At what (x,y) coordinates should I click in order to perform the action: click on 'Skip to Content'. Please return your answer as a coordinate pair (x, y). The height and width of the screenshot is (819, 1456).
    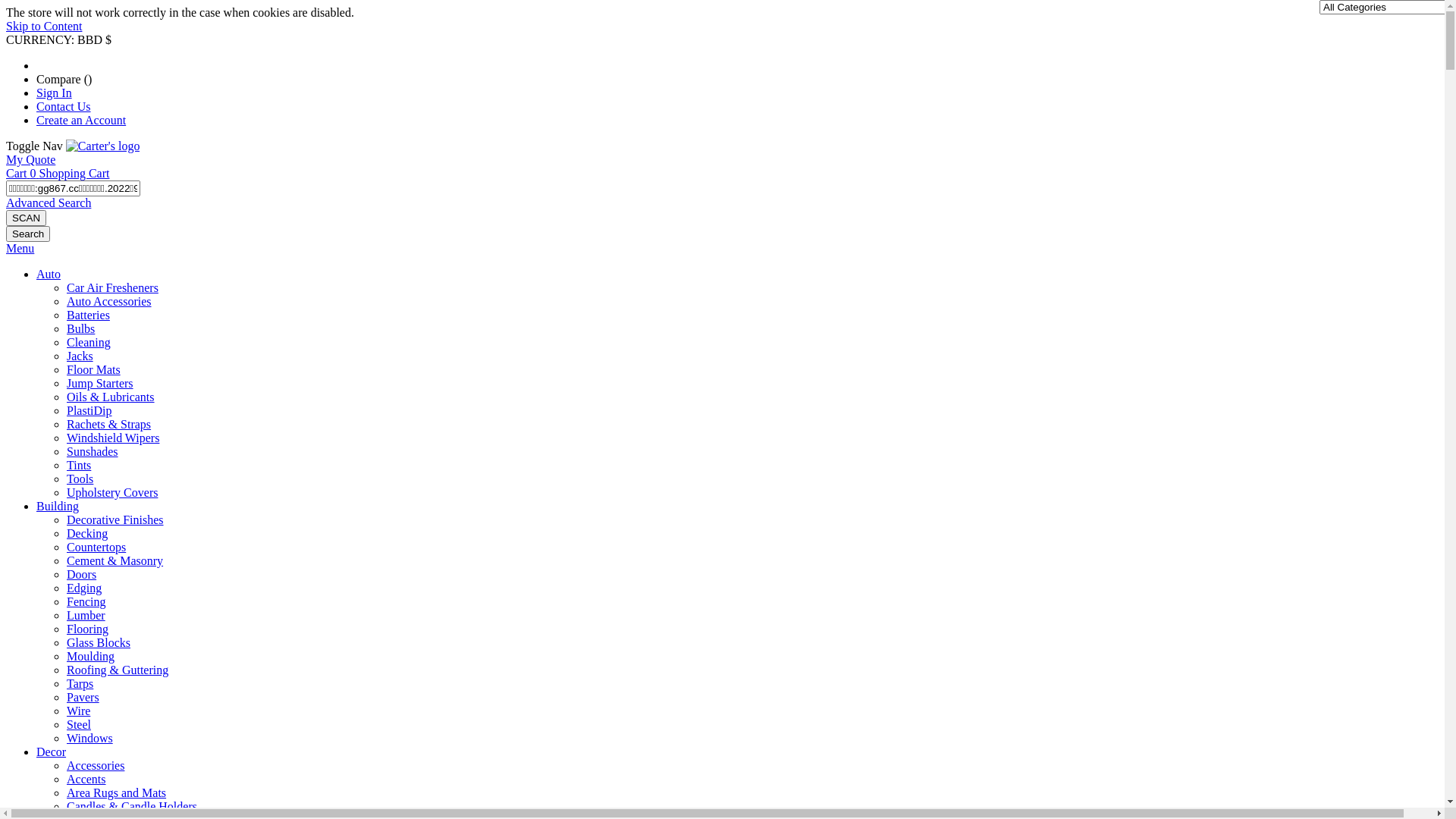
    Looking at the image, I should click on (6, 26).